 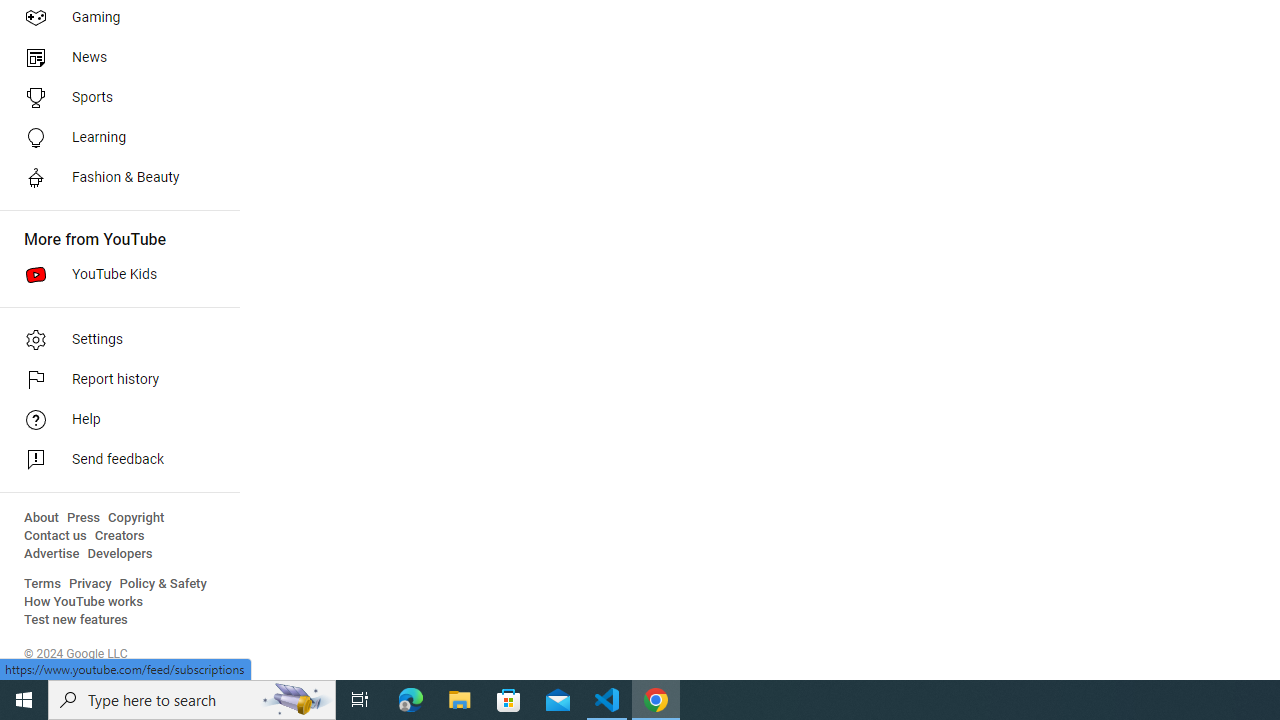 What do you see at coordinates (112, 56) in the screenshot?
I see `'News'` at bounding box center [112, 56].